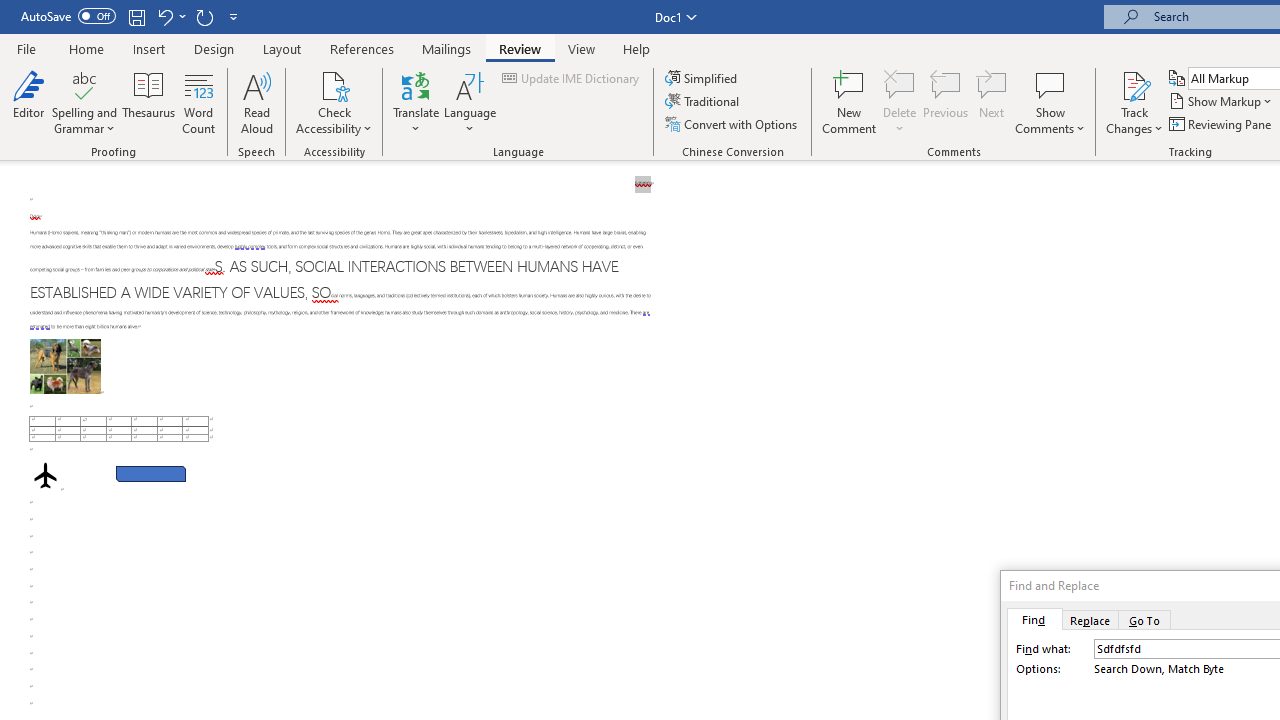 The image size is (1280, 720). What do you see at coordinates (334, 84) in the screenshot?
I see `'Check Accessibility'` at bounding box center [334, 84].